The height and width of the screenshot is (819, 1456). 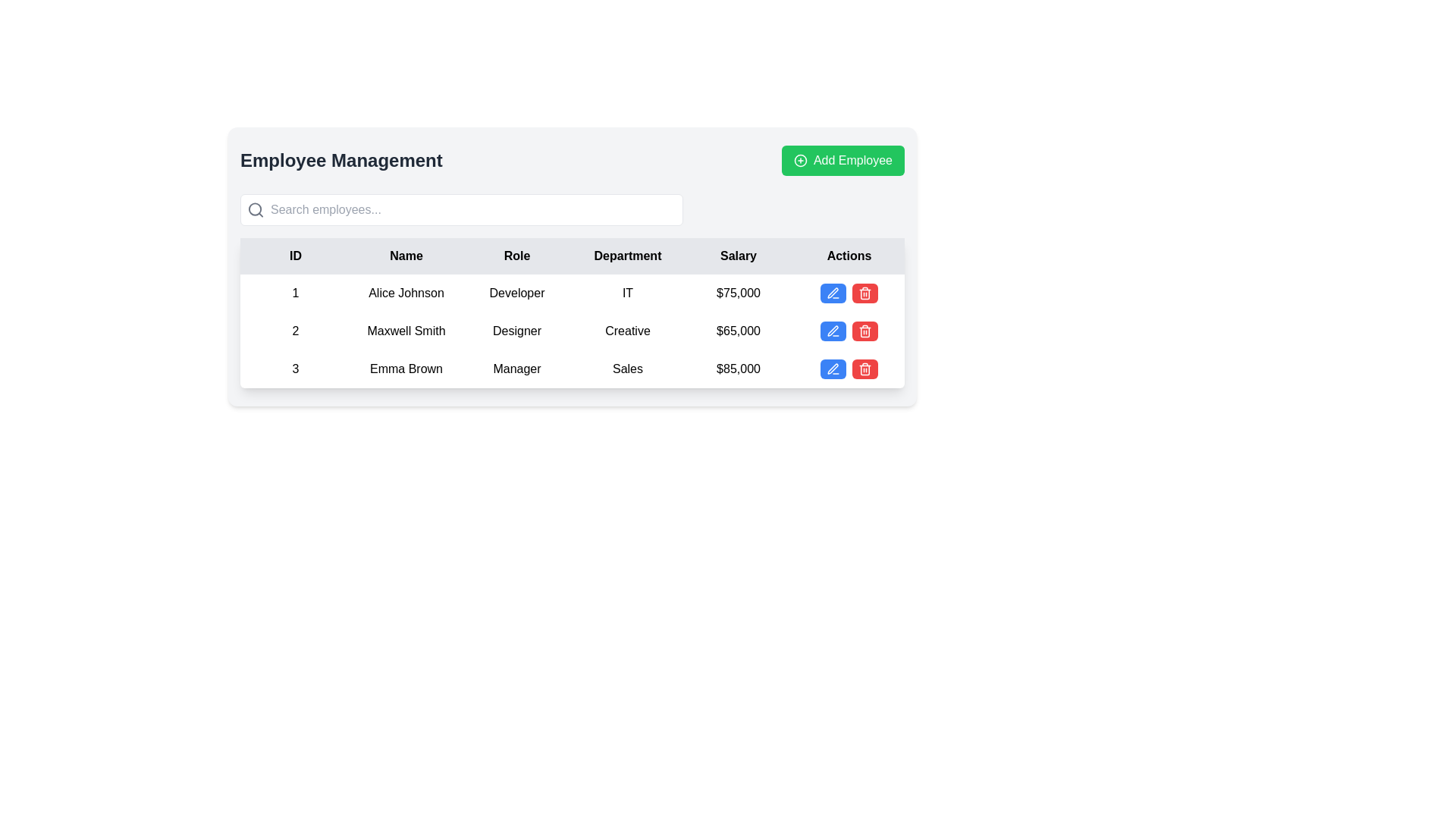 What do you see at coordinates (255, 209) in the screenshot?
I see `the central graphical circle element of the search icon located to the left of the 'Search employees...' input box in the Employee Management section` at bounding box center [255, 209].